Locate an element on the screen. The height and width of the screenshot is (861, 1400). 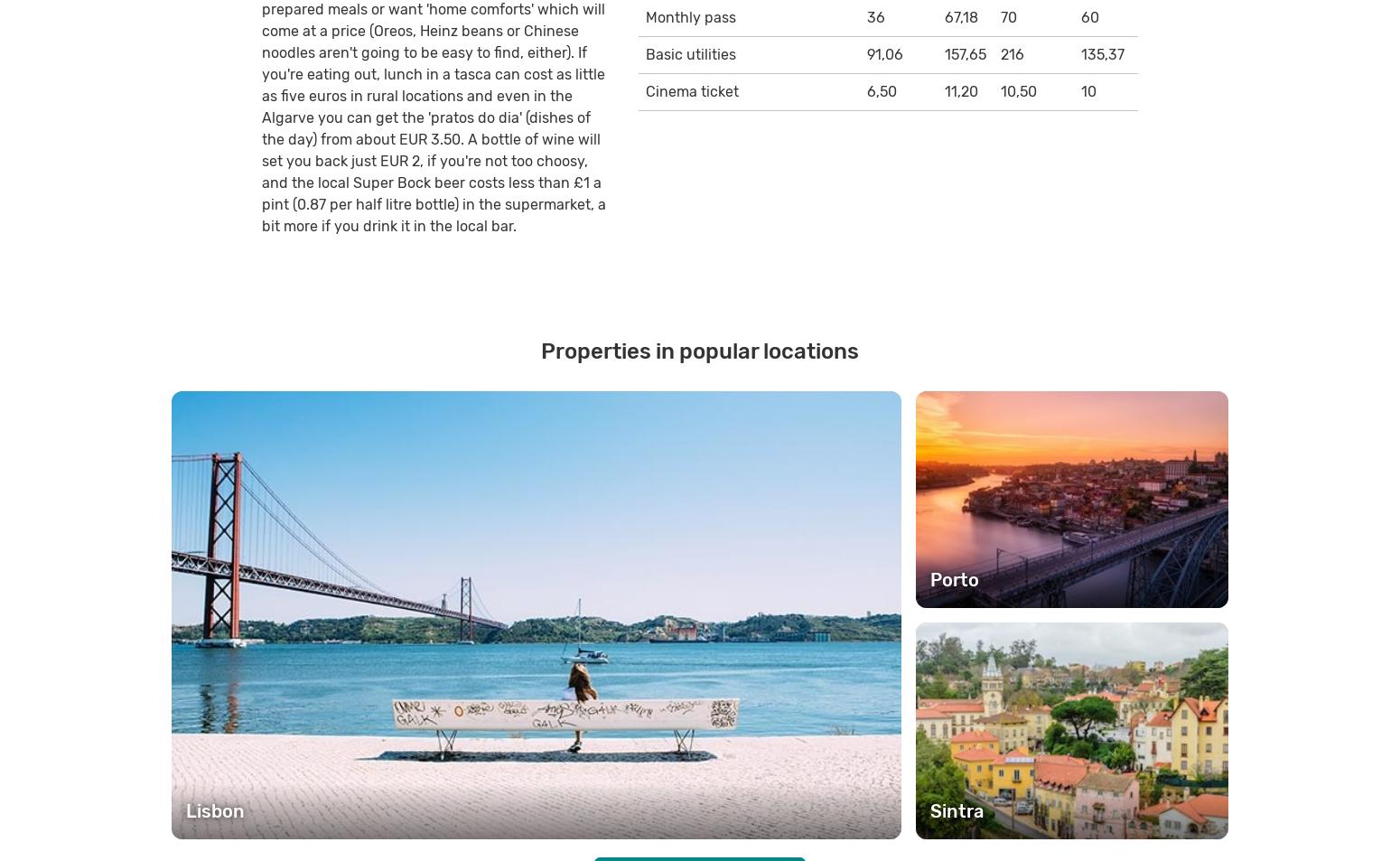
'Basic utilities' is located at coordinates (689, 52).